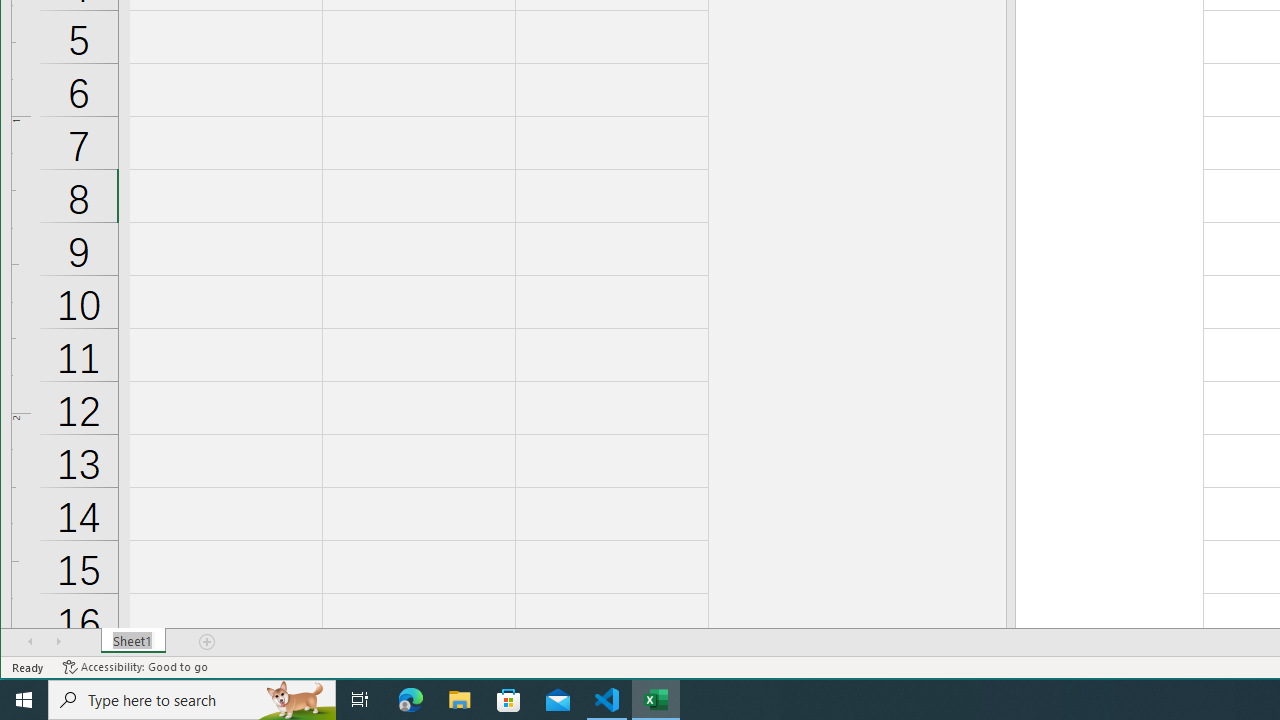 The image size is (1280, 720). I want to click on 'Start', so click(24, 698).